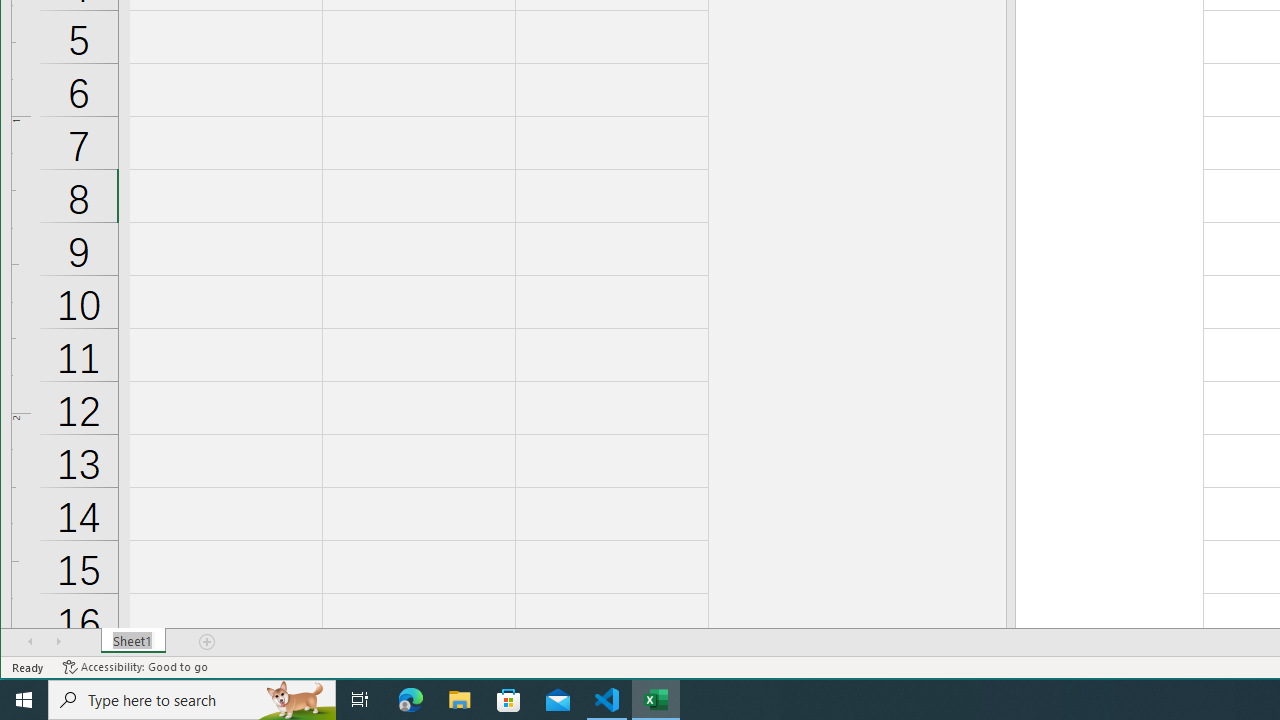 The image size is (1280, 720). I want to click on 'Start', so click(24, 698).